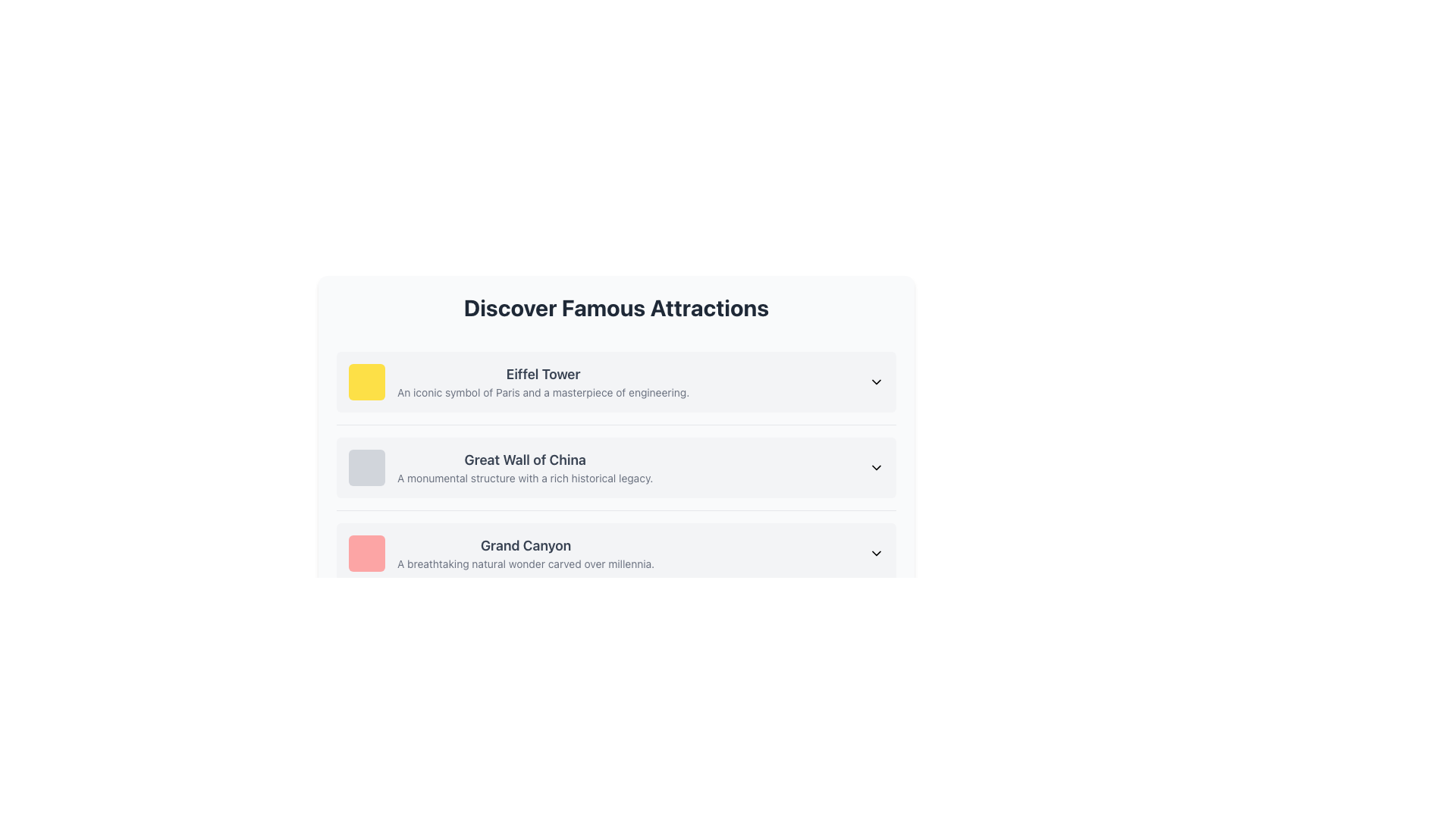 The height and width of the screenshot is (819, 1456). What do you see at coordinates (367, 553) in the screenshot?
I see `the small square decorative component with a red background located on the far-left side of the 'Grand Canyon' row` at bounding box center [367, 553].